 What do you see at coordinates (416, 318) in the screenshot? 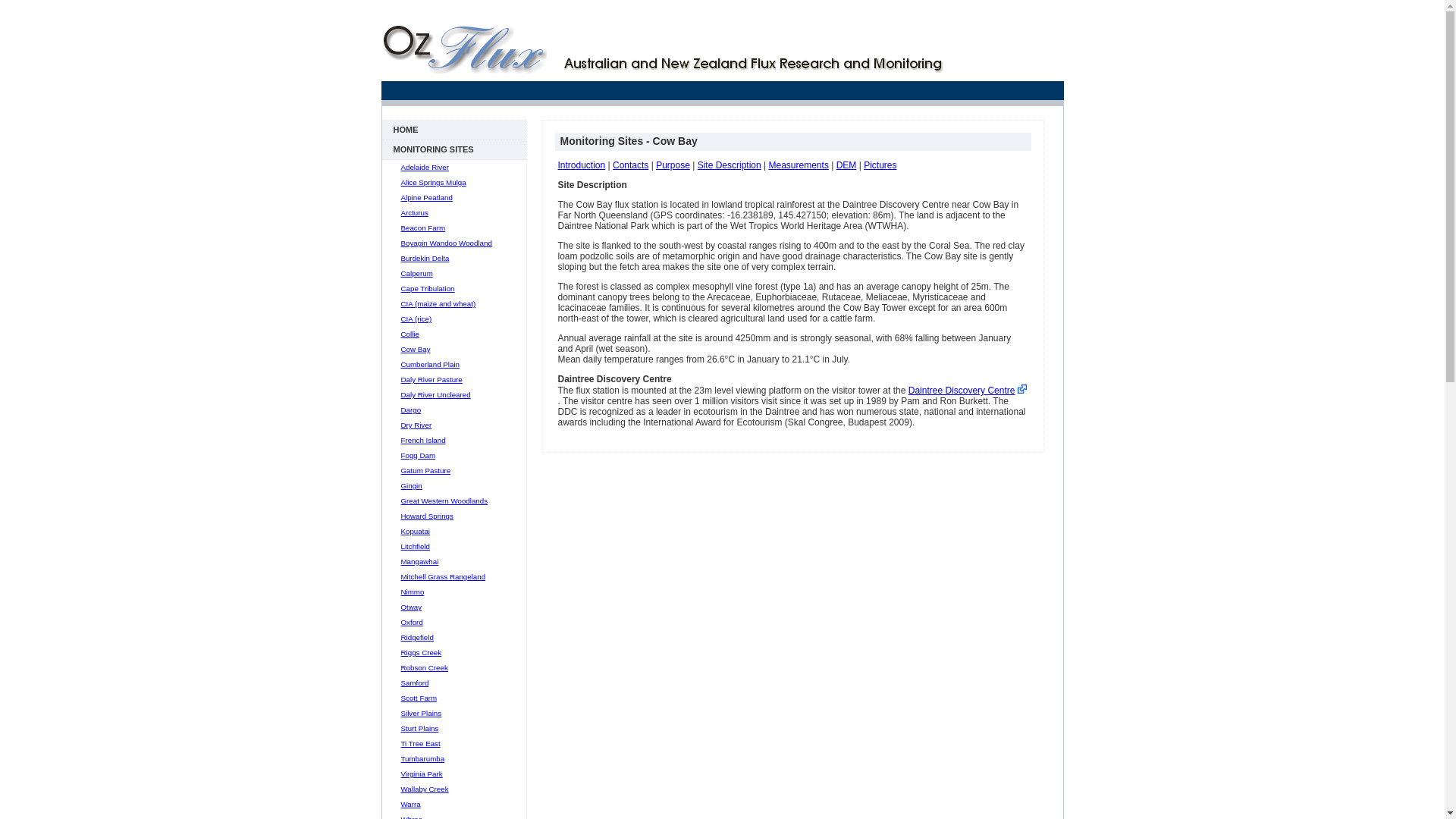
I see `'CIA (rice)'` at bounding box center [416, 318].